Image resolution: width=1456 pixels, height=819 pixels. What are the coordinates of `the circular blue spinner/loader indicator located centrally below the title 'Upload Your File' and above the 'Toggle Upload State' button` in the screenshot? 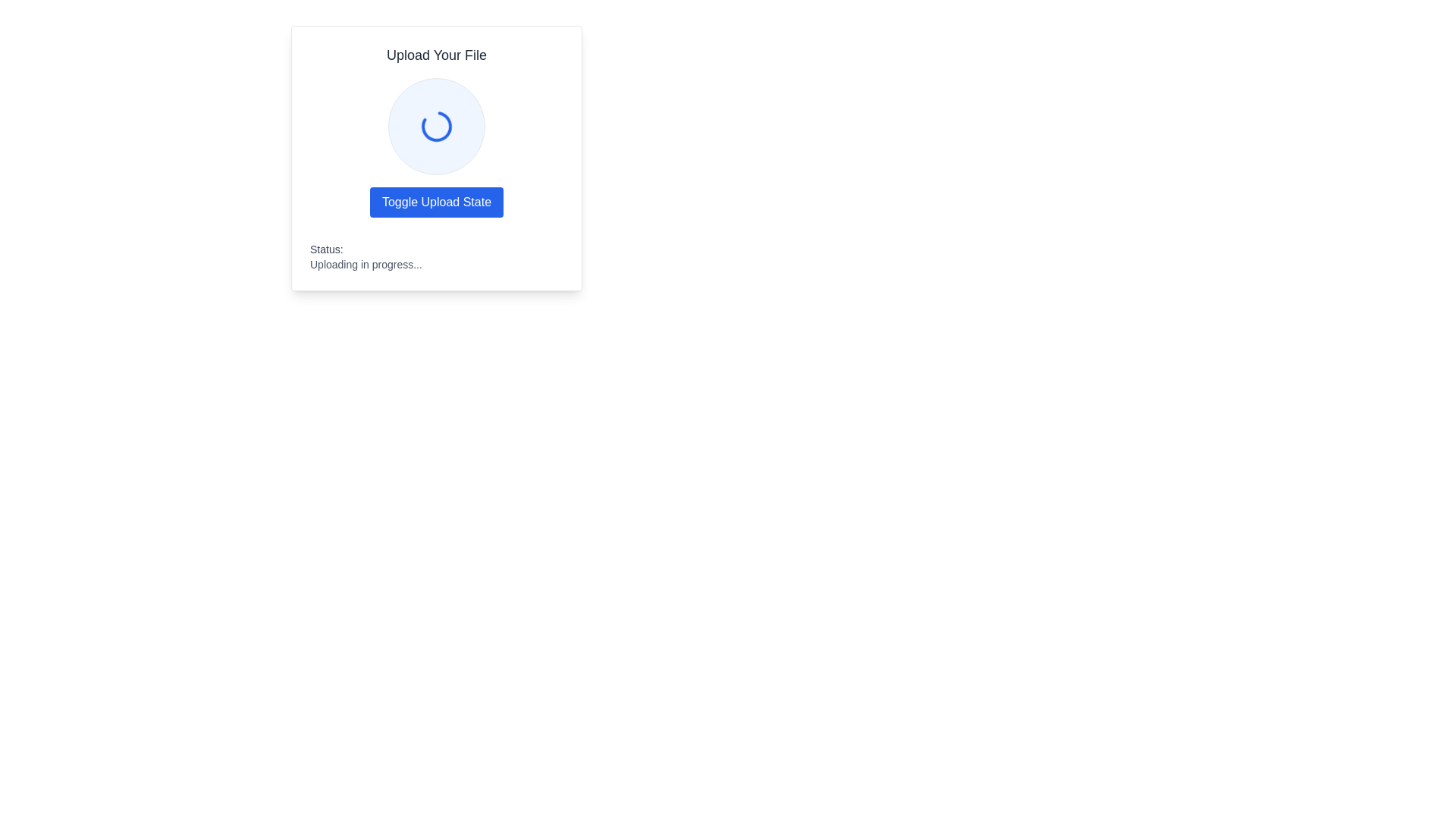 It's located at (436, 125).